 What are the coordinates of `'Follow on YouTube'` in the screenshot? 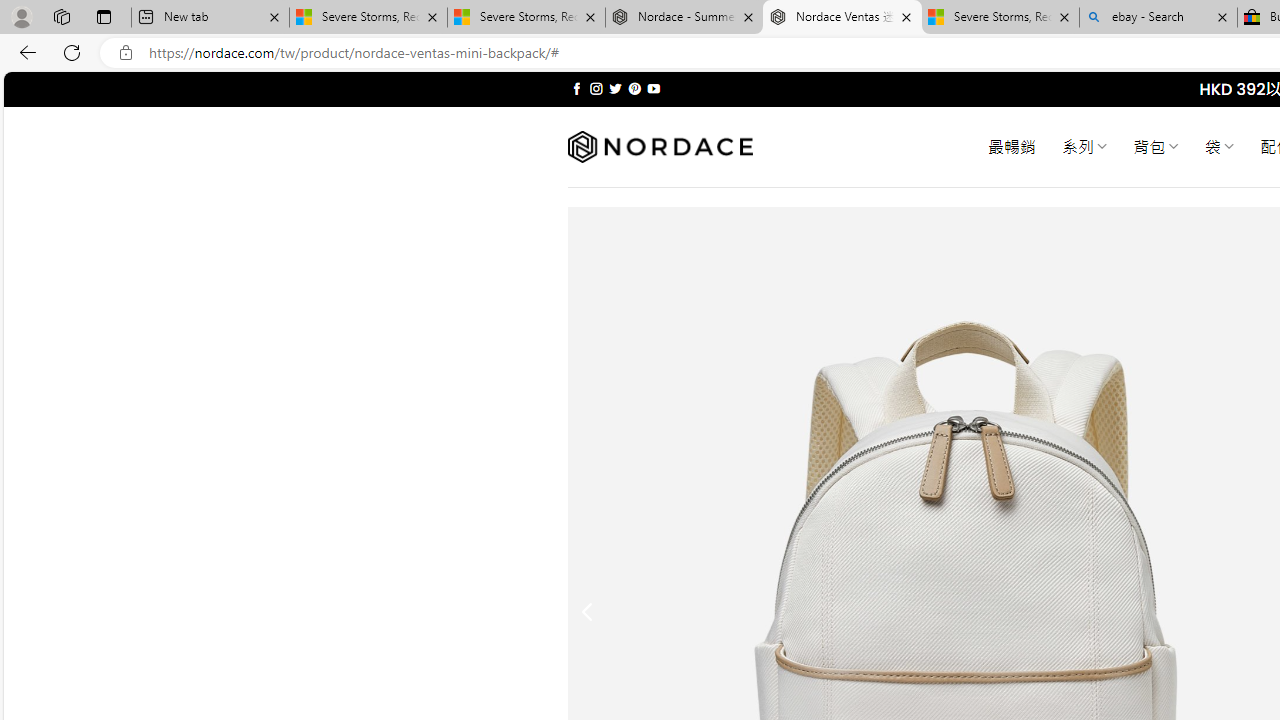 It's located at (653, 88).